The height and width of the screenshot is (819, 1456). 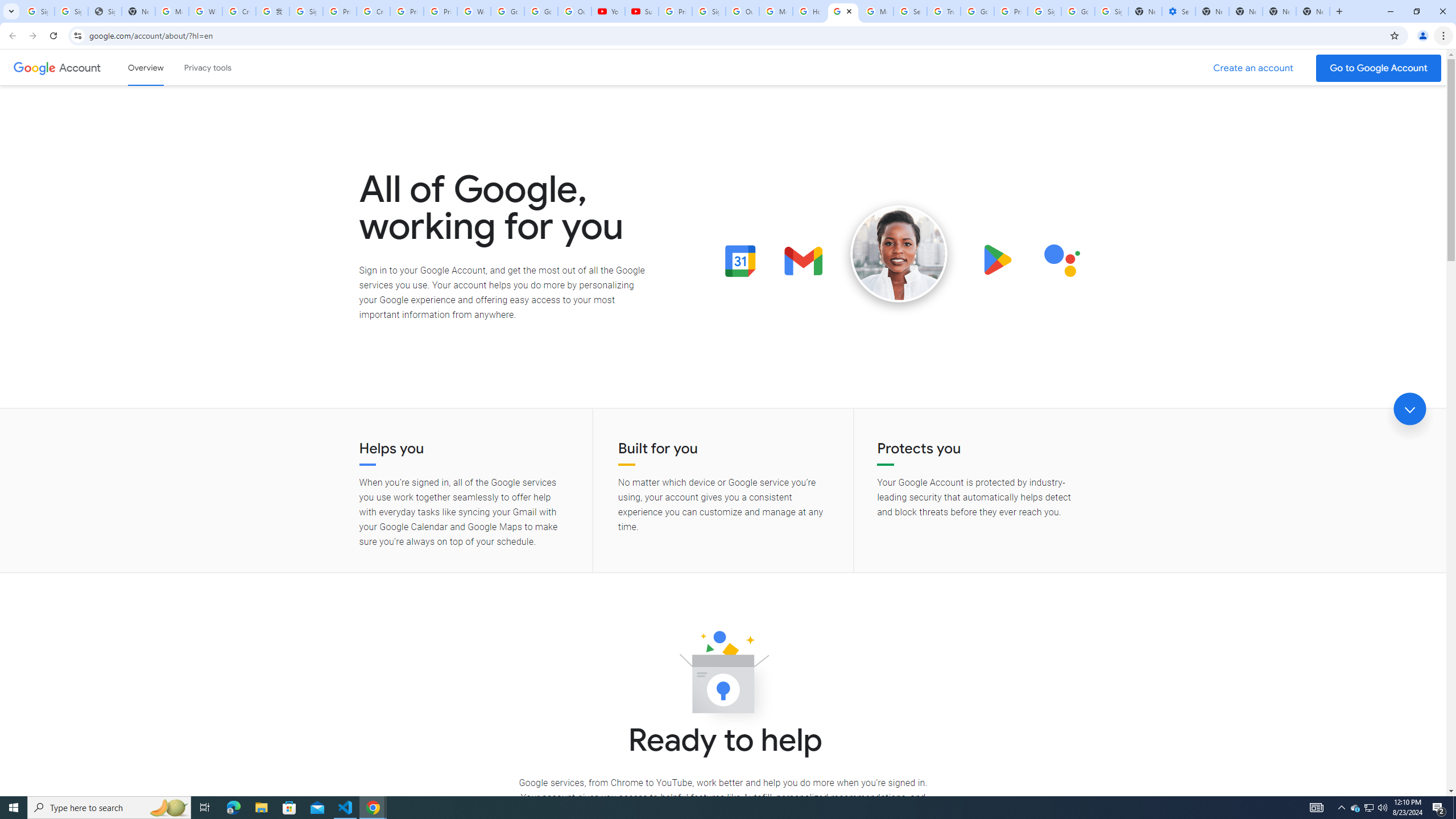 What do you see at coordinates (1379, 68) in the screenshot?
I see `'Go to your Google Account'` at bounding box center [1379, 68].